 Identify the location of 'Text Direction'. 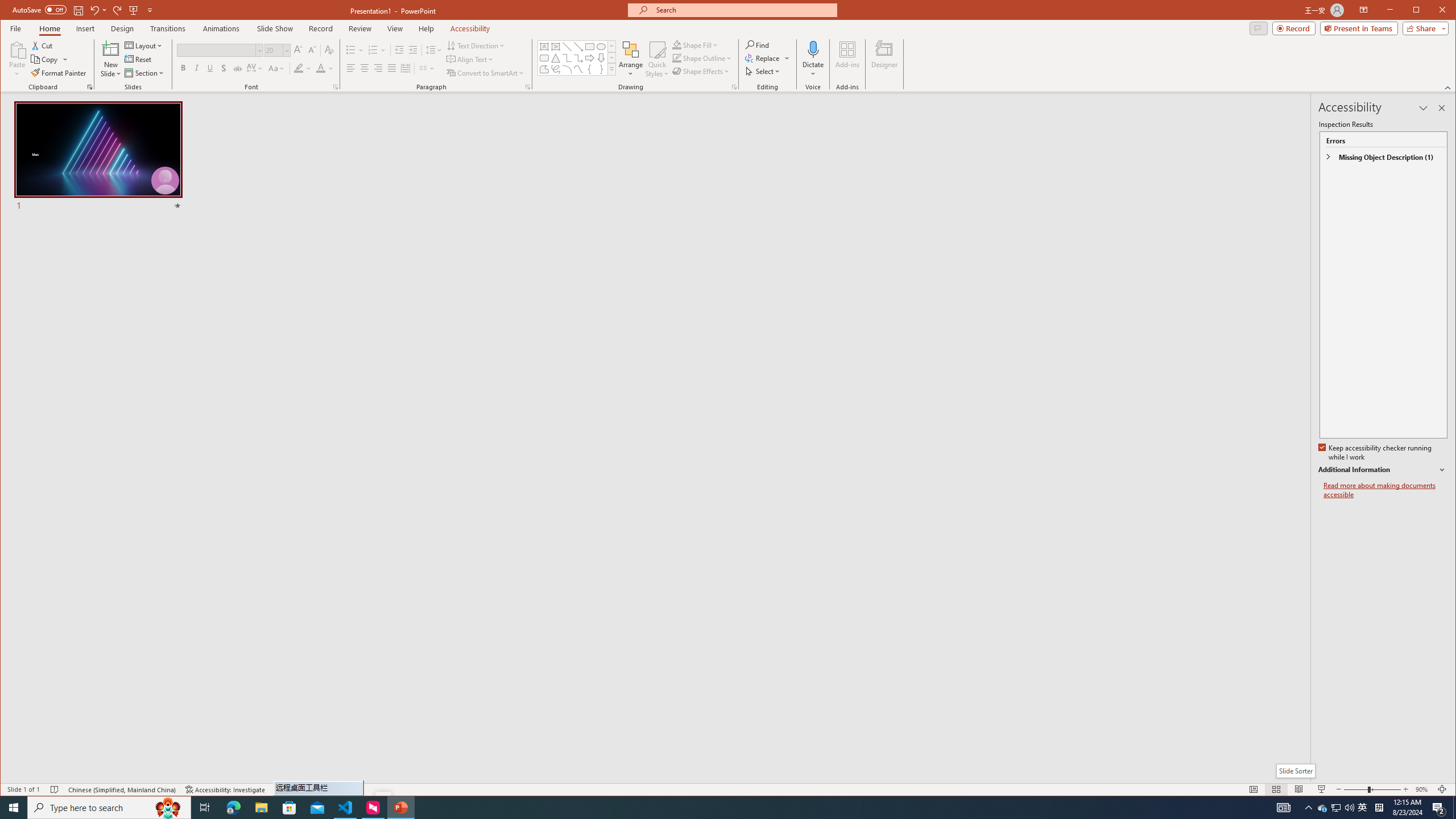
(475, 45).